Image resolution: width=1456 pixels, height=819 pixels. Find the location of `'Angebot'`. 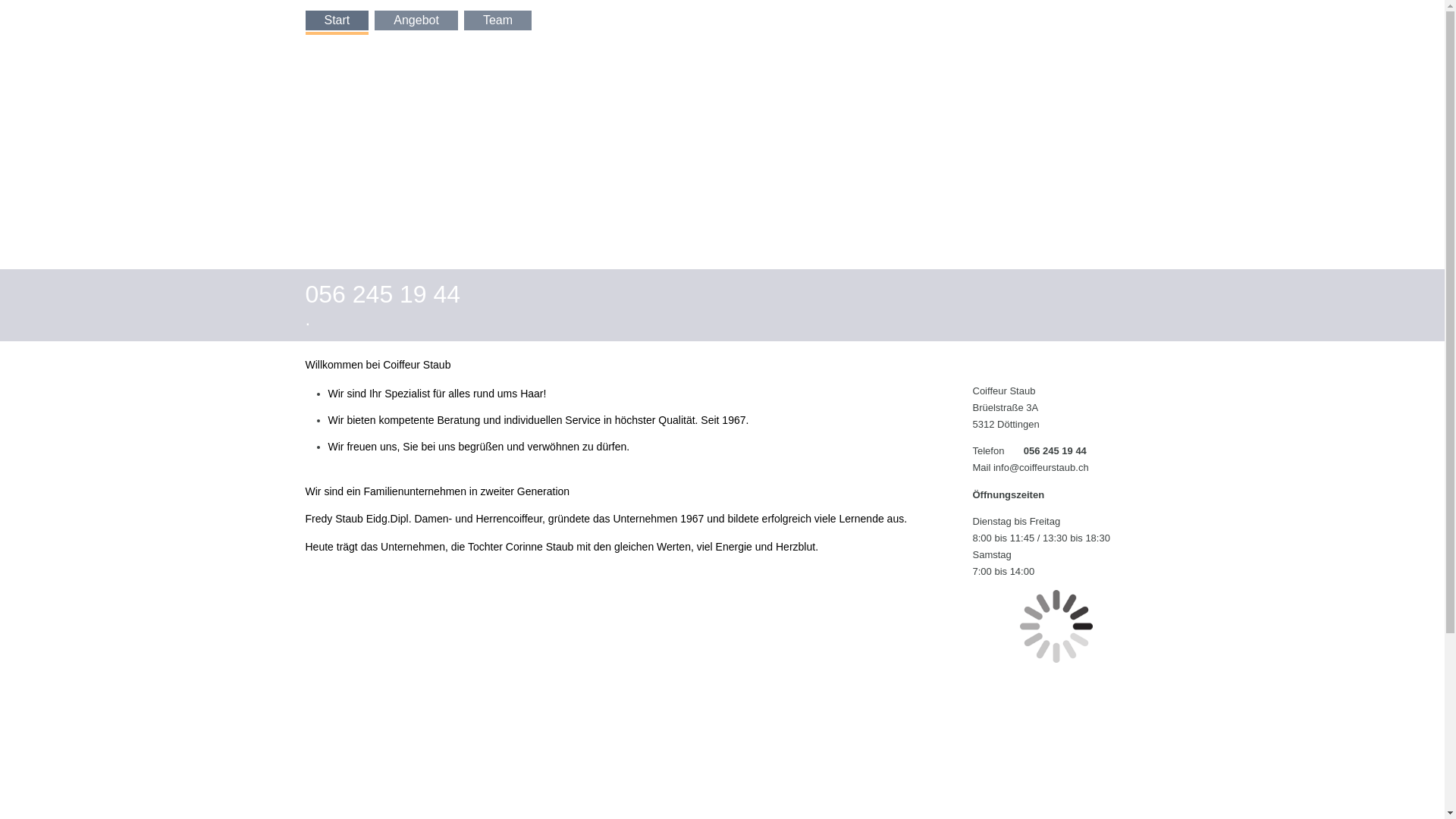

'Angebot' is located at coordinates (375, 20).